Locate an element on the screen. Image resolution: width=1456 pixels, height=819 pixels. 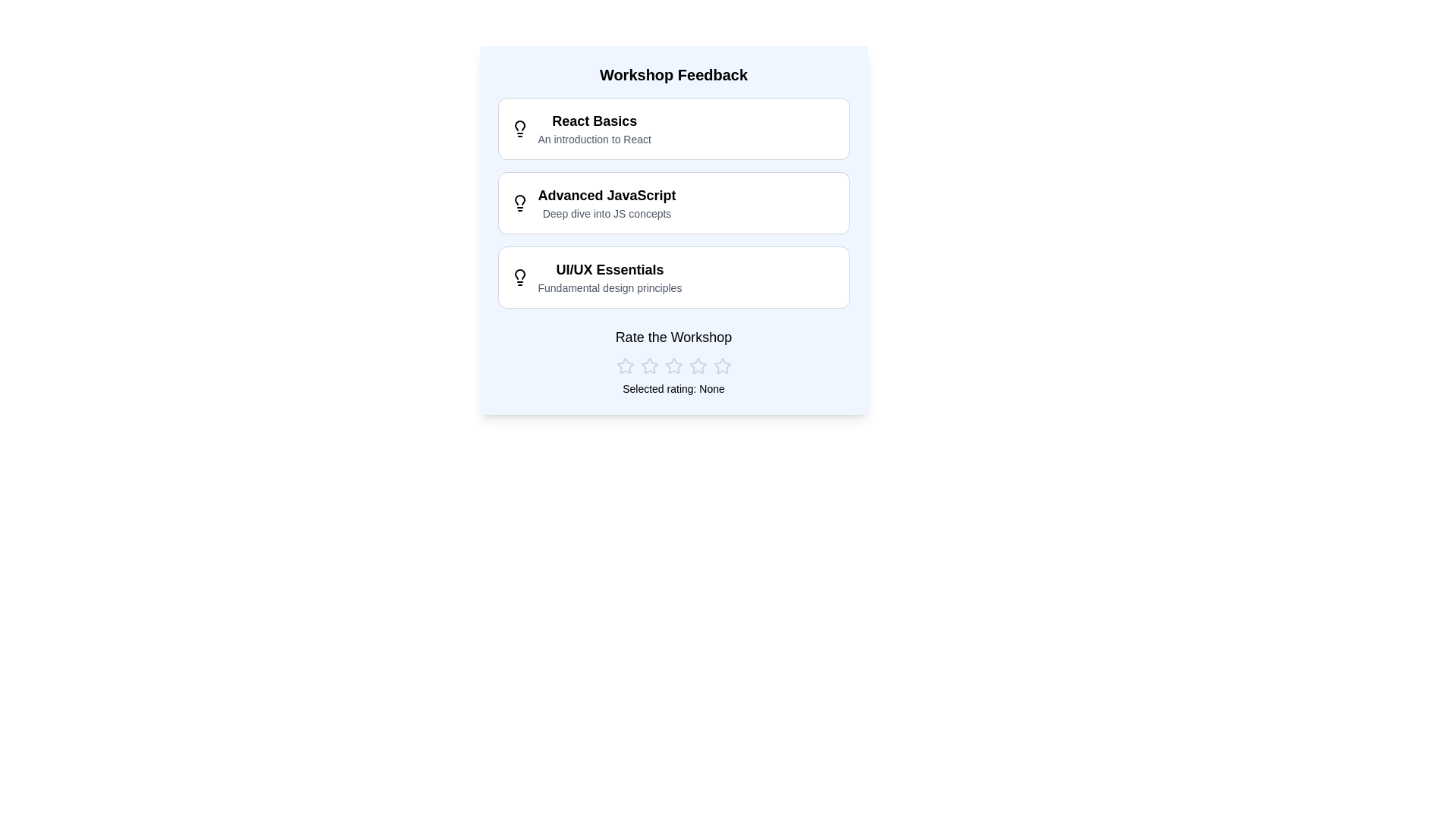
the first star-shaped icon is located at coordinates (625, 366).